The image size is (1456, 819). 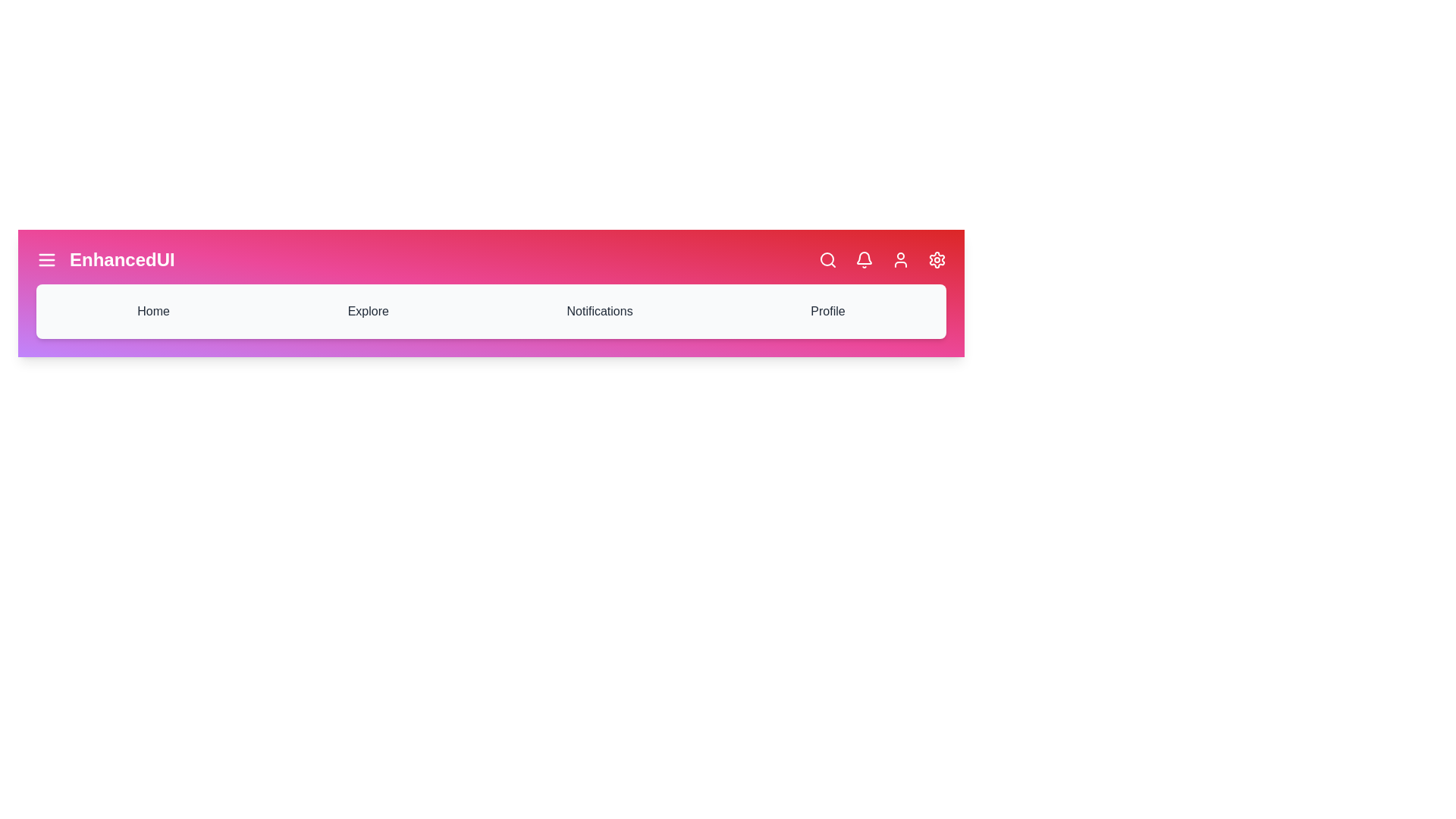 What do you see at coordinates (122, 259) in the screenshot?
I see `the text element labeled 'EnhancedUI' to read its content` at bounding box center [122, 259].